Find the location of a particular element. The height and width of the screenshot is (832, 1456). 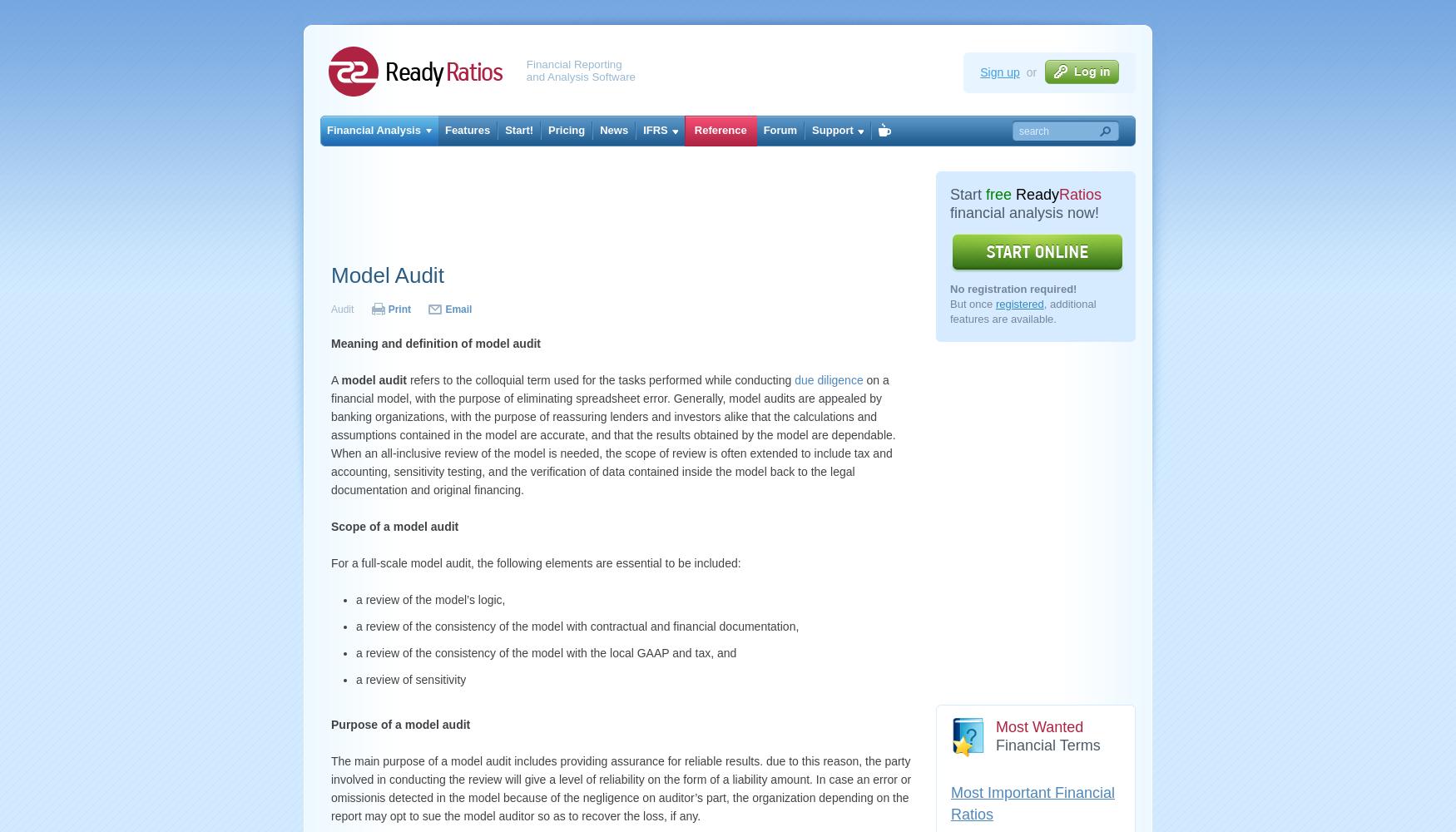

'financial analysis now!' is located at coordinates (1024, 213).